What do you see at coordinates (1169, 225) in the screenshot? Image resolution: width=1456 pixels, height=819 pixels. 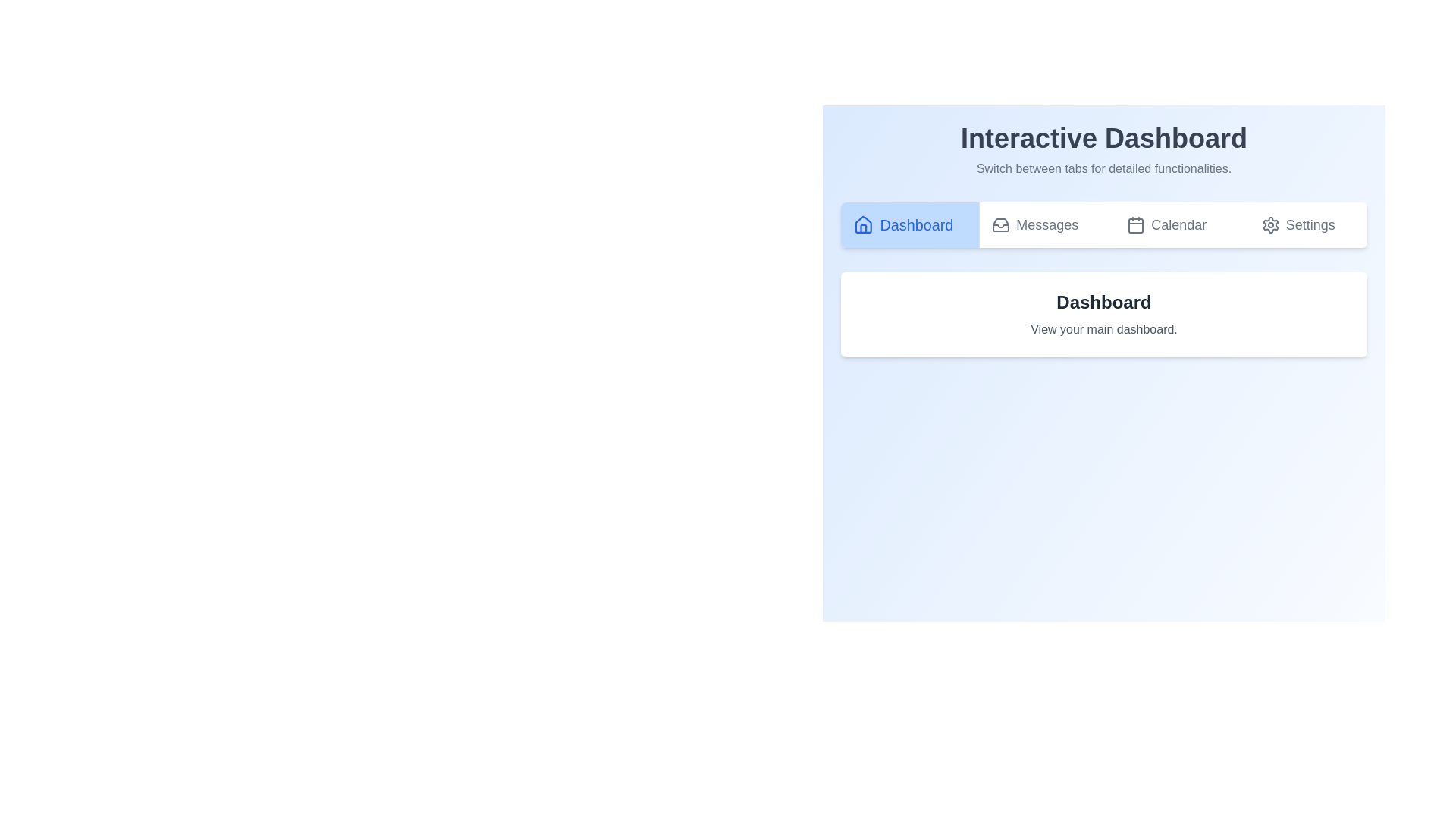 I see `the navigation tab that allows users to switch to the calendar view, located third from the left in the navigation bar, to observe the hover style change` at bounding box center [1169, 225].